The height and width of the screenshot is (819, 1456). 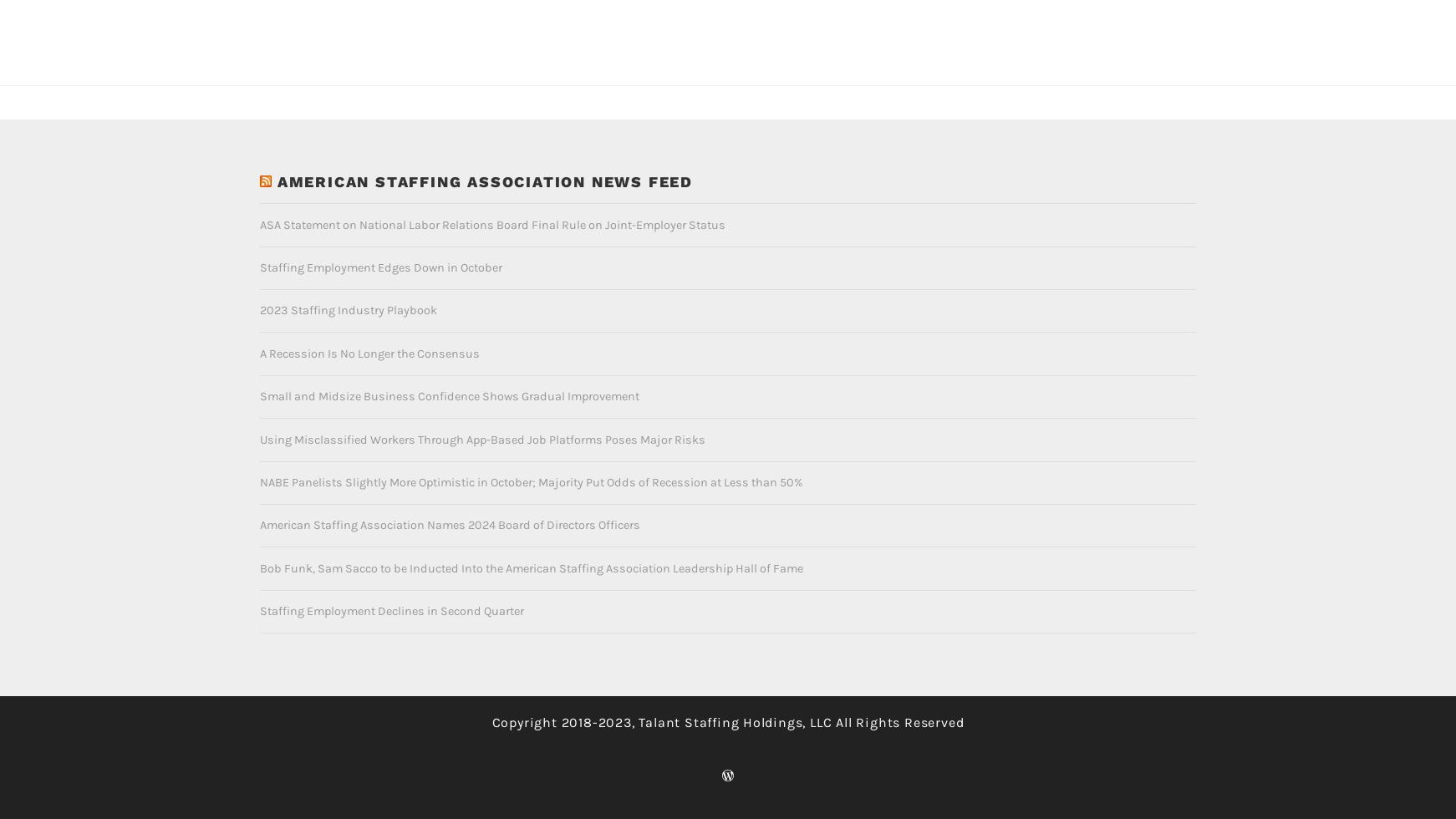 I want to click on 'Using Misclassified Workers Through App-Based Job Platforms Poses Major Risks', so click(x=482, y=412).